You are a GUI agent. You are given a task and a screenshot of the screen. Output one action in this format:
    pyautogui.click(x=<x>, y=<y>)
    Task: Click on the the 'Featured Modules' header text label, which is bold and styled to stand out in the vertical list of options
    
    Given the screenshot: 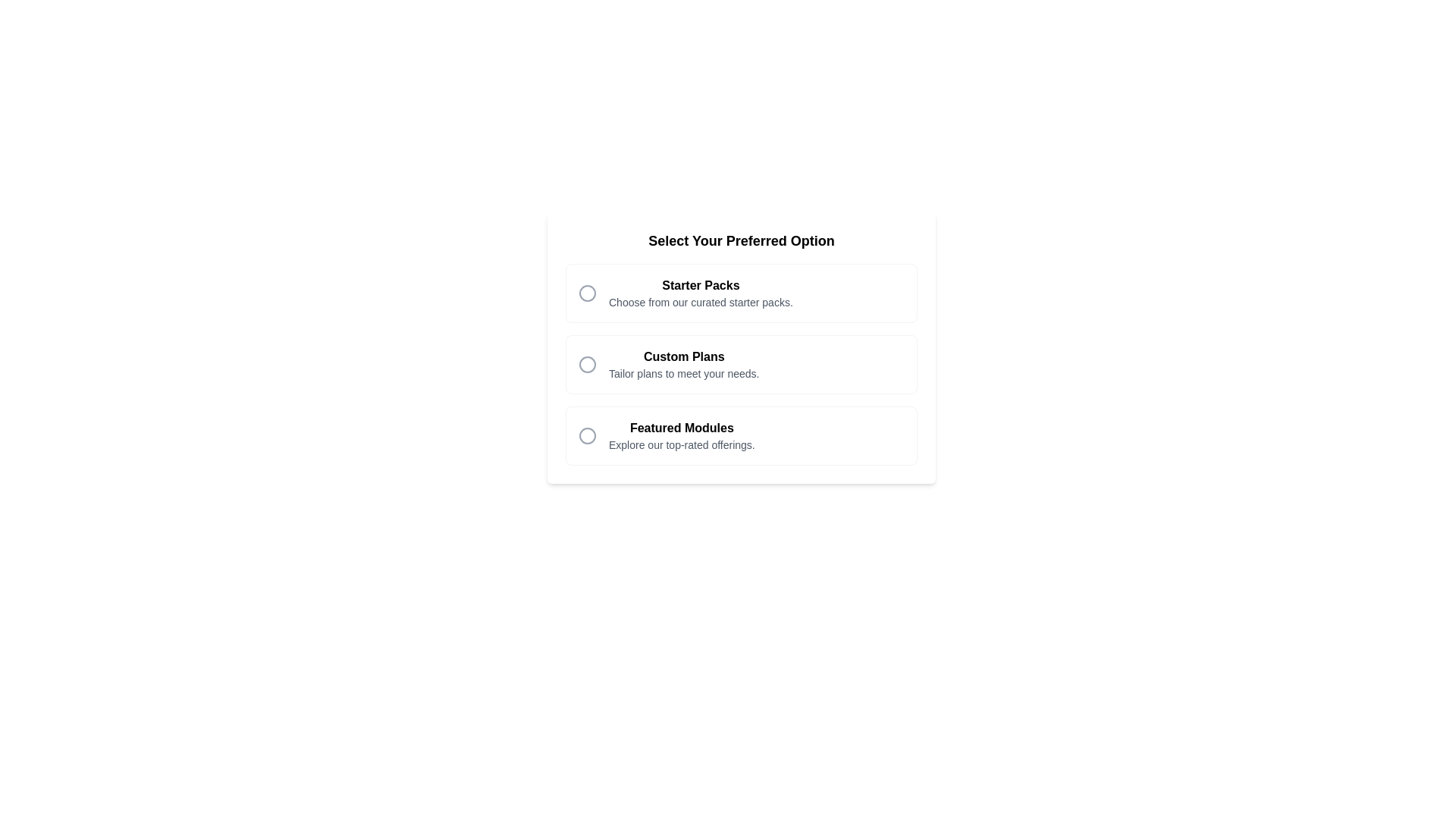 What is the action you would take?
    pyautogui.click(x=681, y=428)
    